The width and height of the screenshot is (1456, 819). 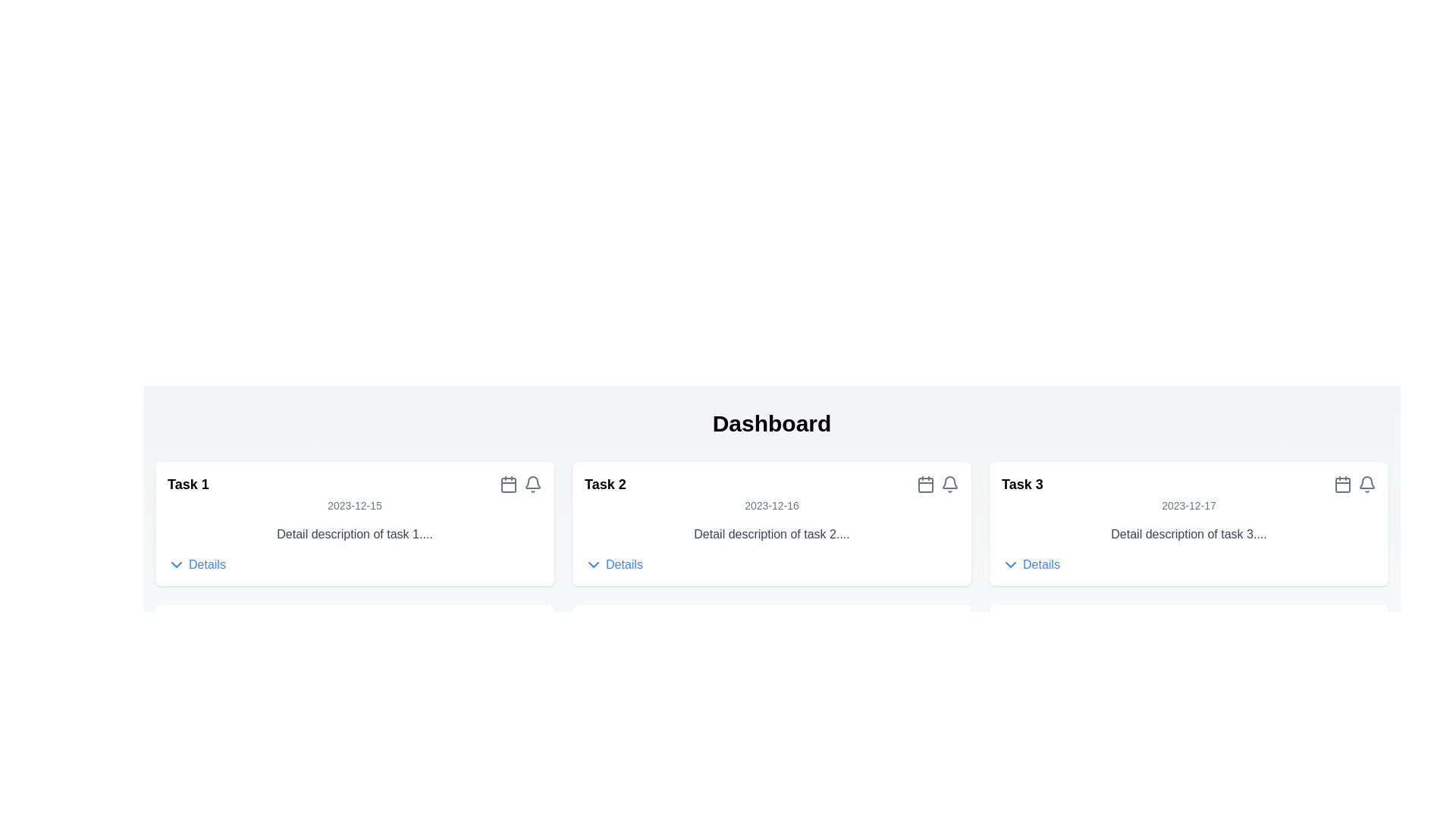 What do you see at coordinates (1188, 534) in the screenshot?
I see `the static text display containing 'Detail description of task 3....' that is located below the date '2023-12-17' within the 'Task 3' card` at bounding box center [1188, 534].